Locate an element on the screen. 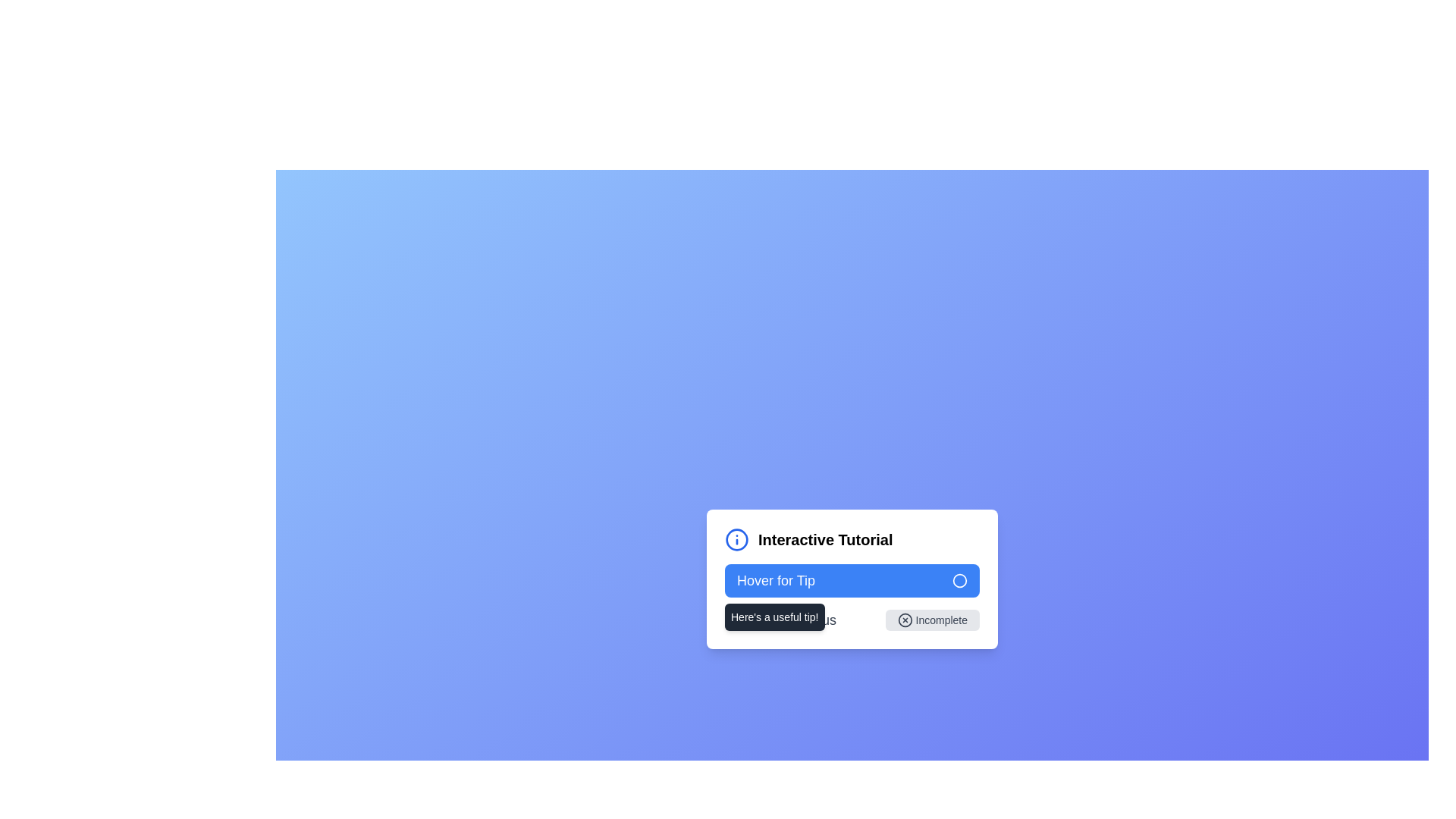 The width and height of the screenshot is (1456, 819). the blue rectangular button labeled 'Hover for Tip' located centrally within its card section, positioned below the 'Interactive Tutorial' title is located at coordinates (852, 579).